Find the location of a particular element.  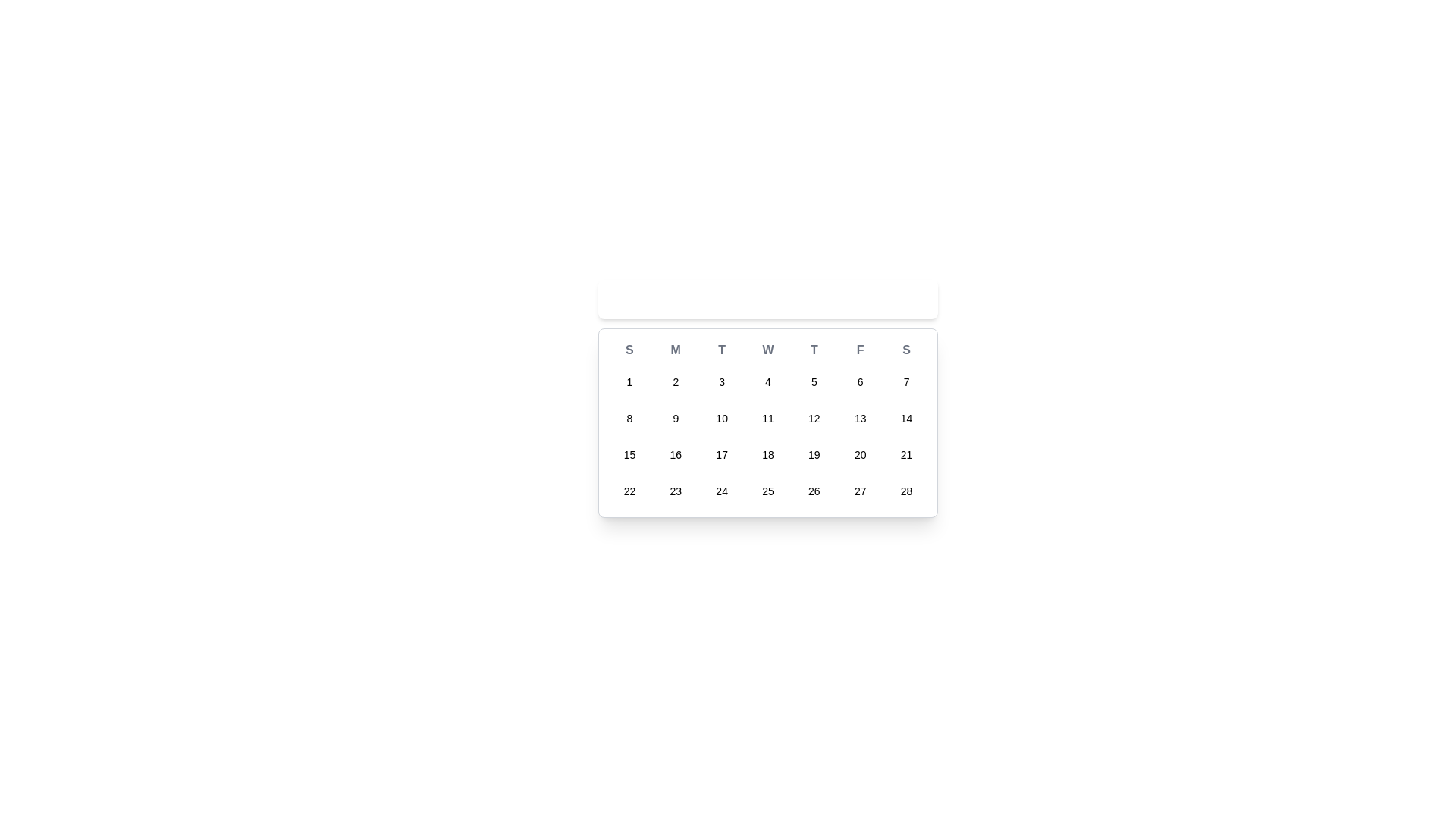

the date button '3' is located at coordinates (720, 381).